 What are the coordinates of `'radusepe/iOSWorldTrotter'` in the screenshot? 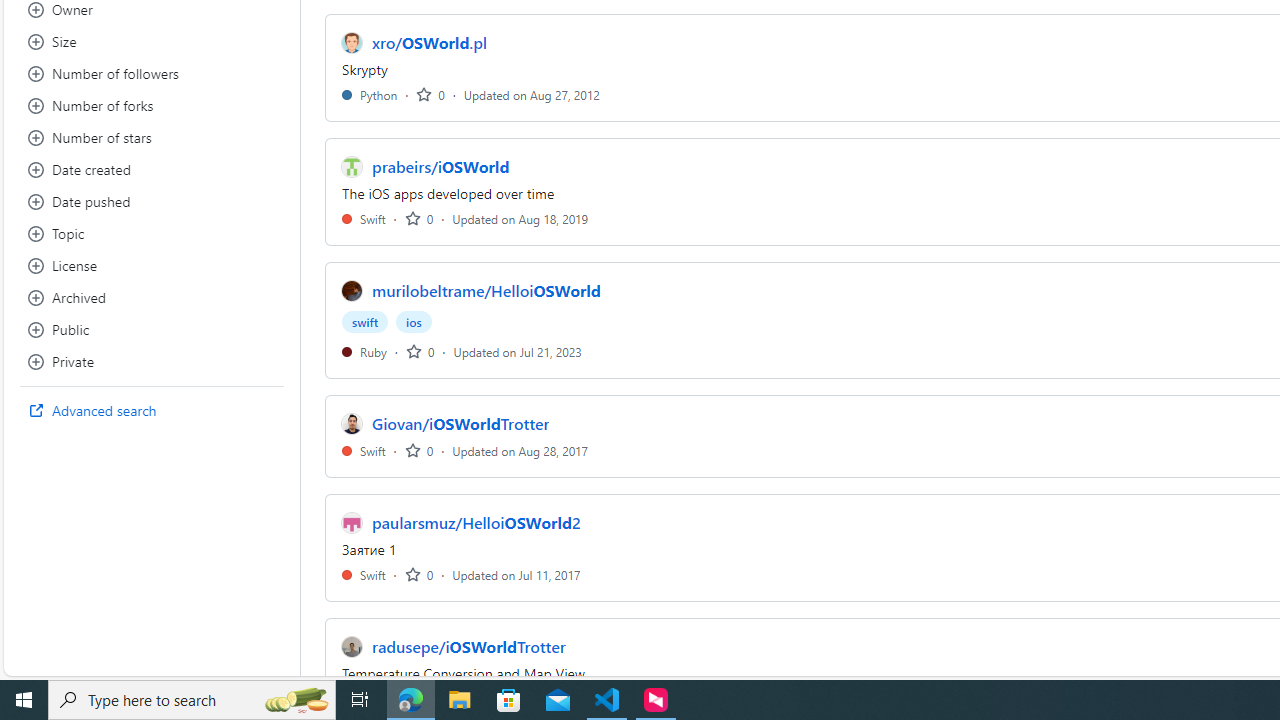 It's located at (468, 646).